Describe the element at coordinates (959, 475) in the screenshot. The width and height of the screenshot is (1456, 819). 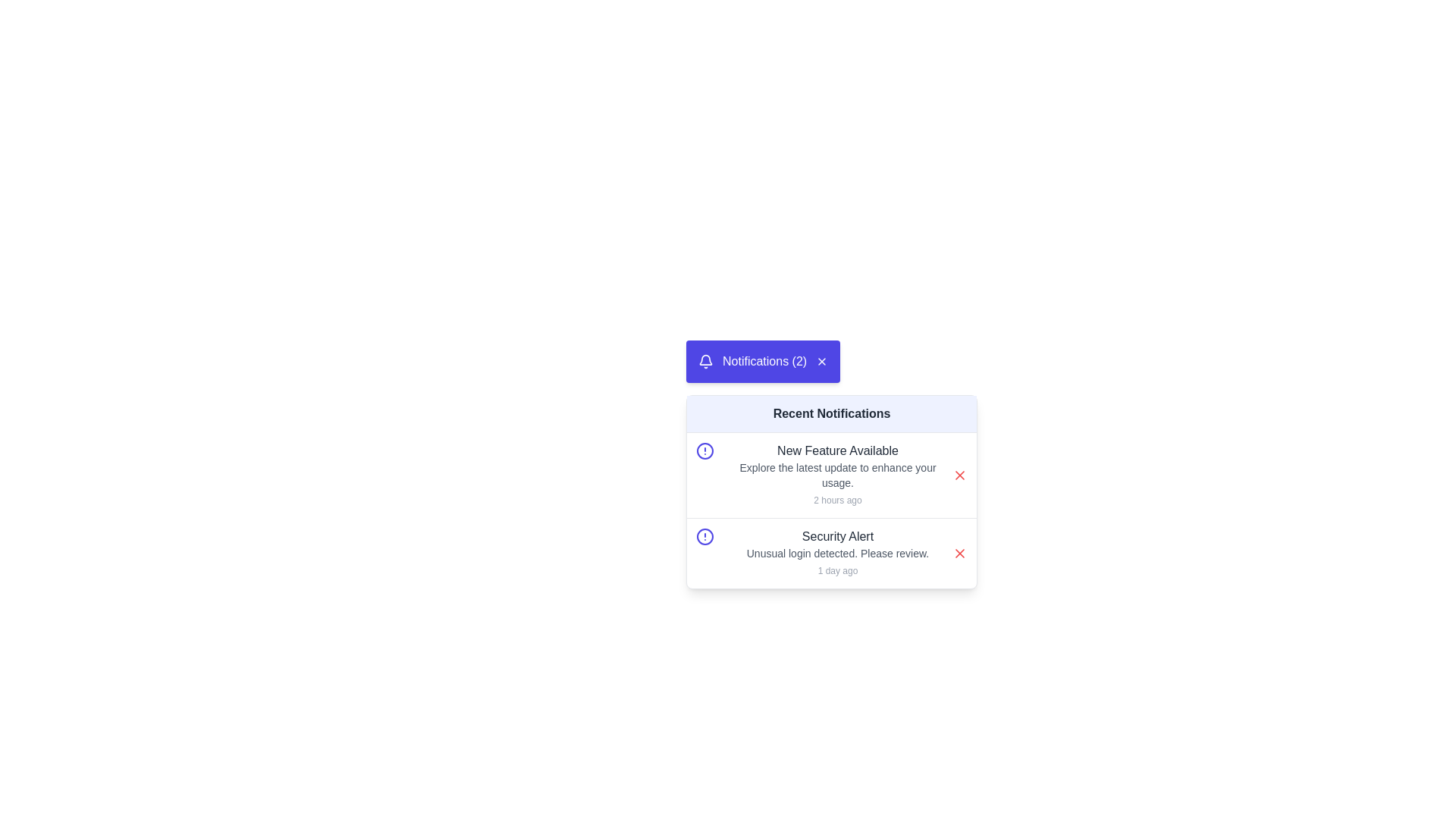
I see `the dismiss button located on the right-hand side of the top notification in the list` at that location.